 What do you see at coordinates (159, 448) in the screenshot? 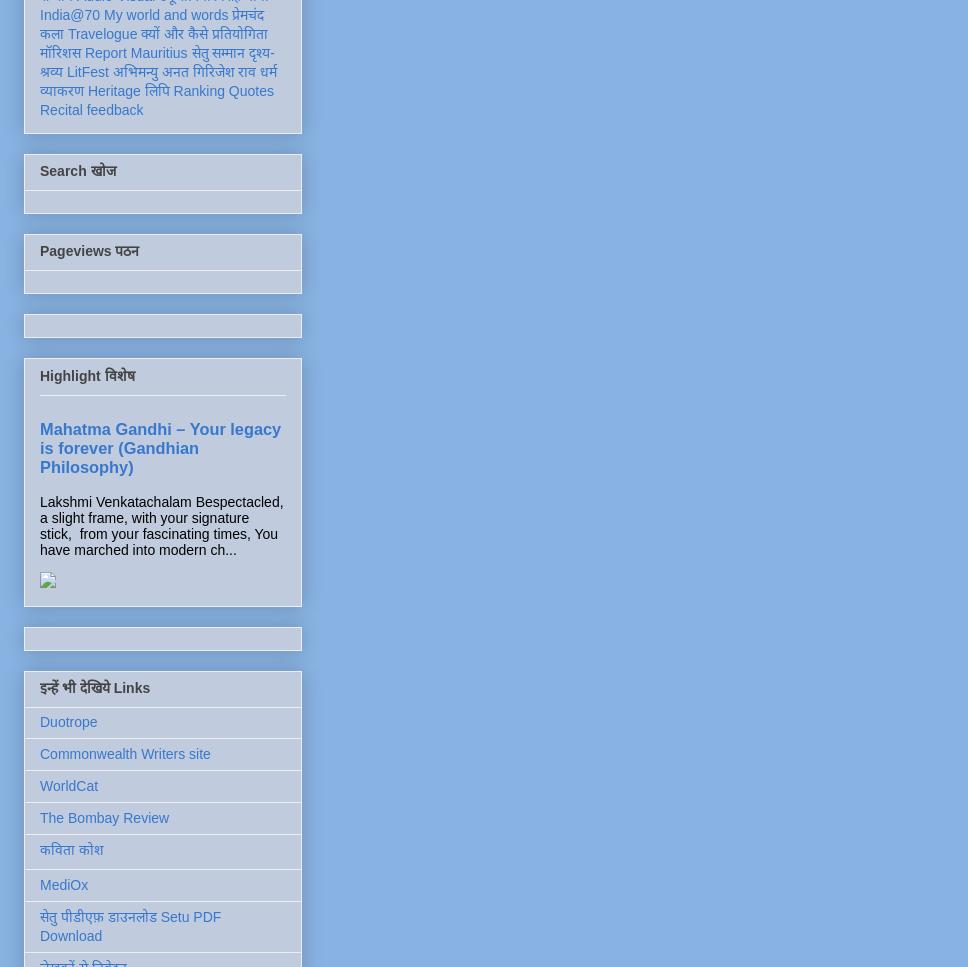
I see `'Mahatma Gandhi – Your legacy is forever (Gandhian Philosophy)'` at bounding box center [159, 448].